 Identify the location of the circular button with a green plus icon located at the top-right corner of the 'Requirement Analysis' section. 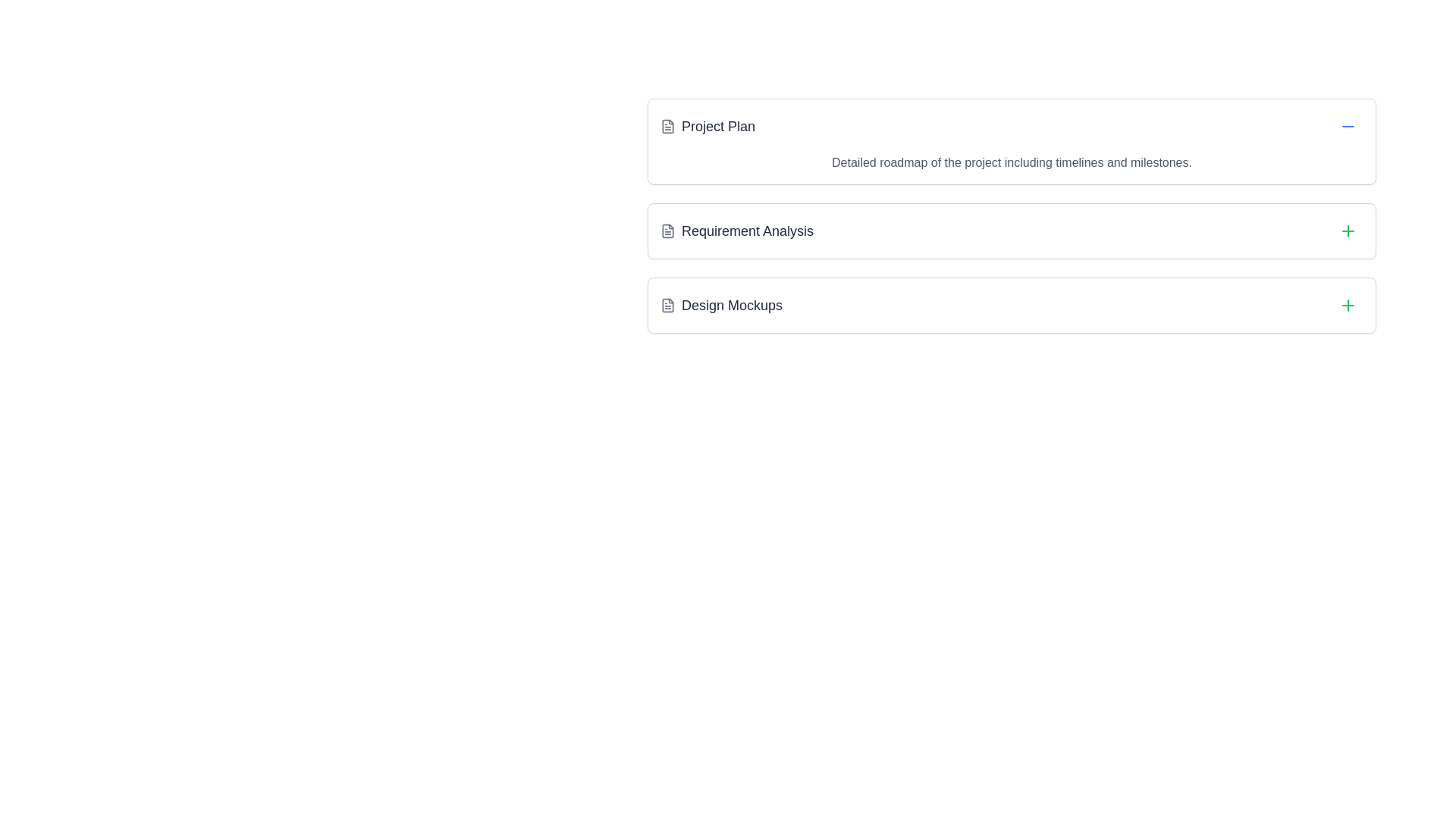
(1348, 231).